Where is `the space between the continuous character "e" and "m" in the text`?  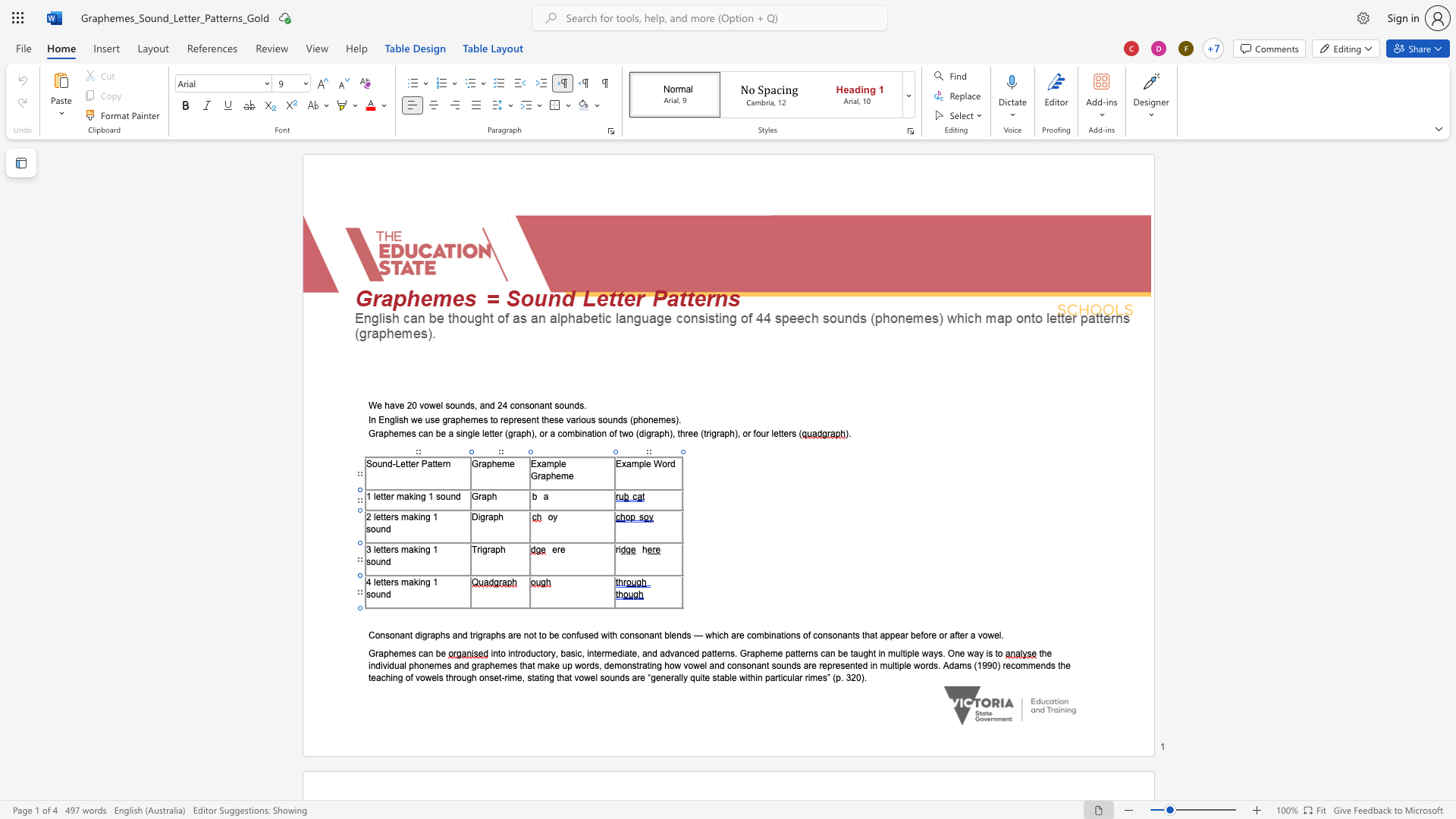
the space between the continuous character "e" and "m" in the text is located at coordinates (399, 652).